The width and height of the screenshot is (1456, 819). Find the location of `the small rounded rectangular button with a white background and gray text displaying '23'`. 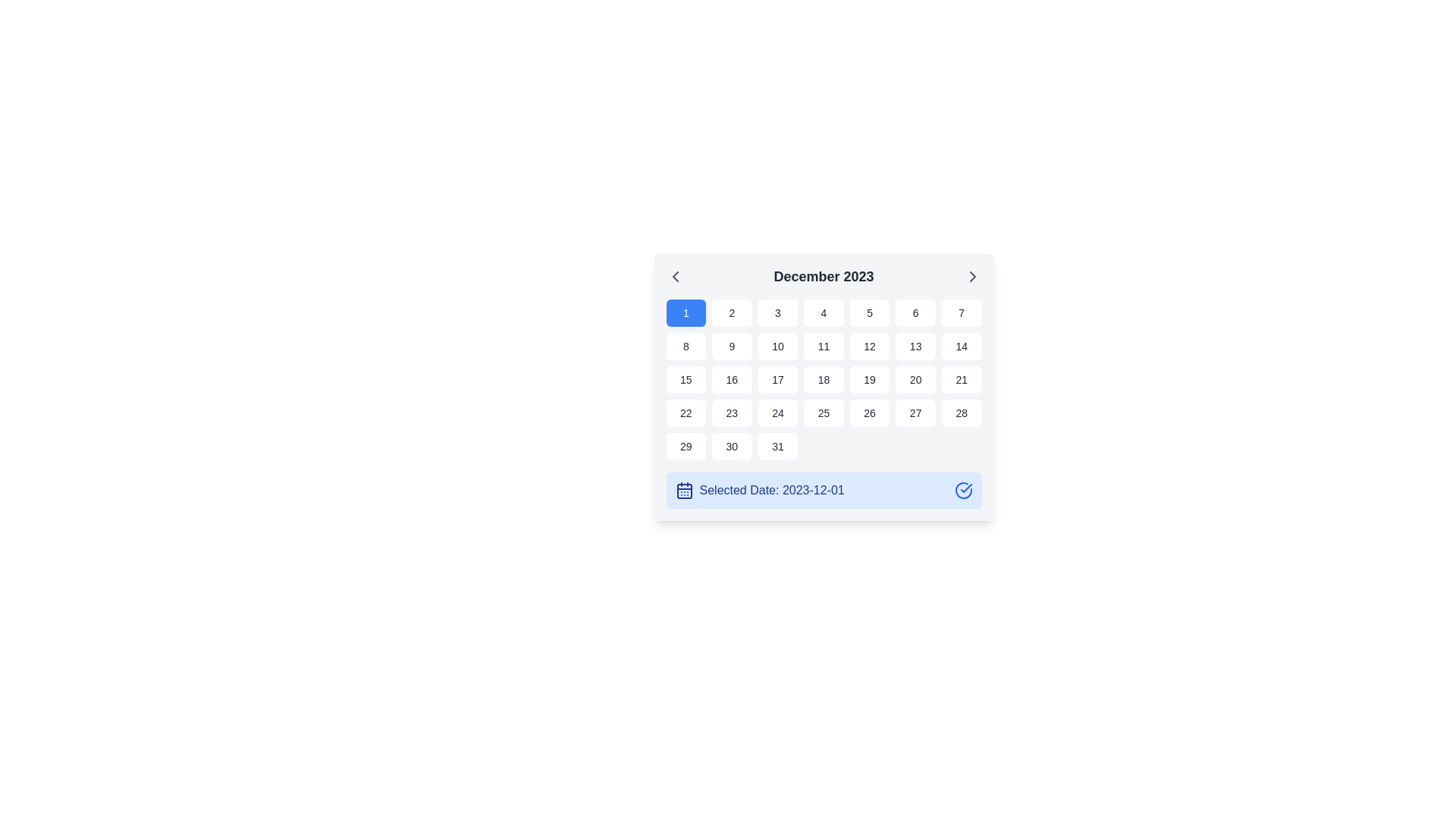

the small rounded rectangular button with a white background and gray text displaying '23' is located at coordinates (732, 413).